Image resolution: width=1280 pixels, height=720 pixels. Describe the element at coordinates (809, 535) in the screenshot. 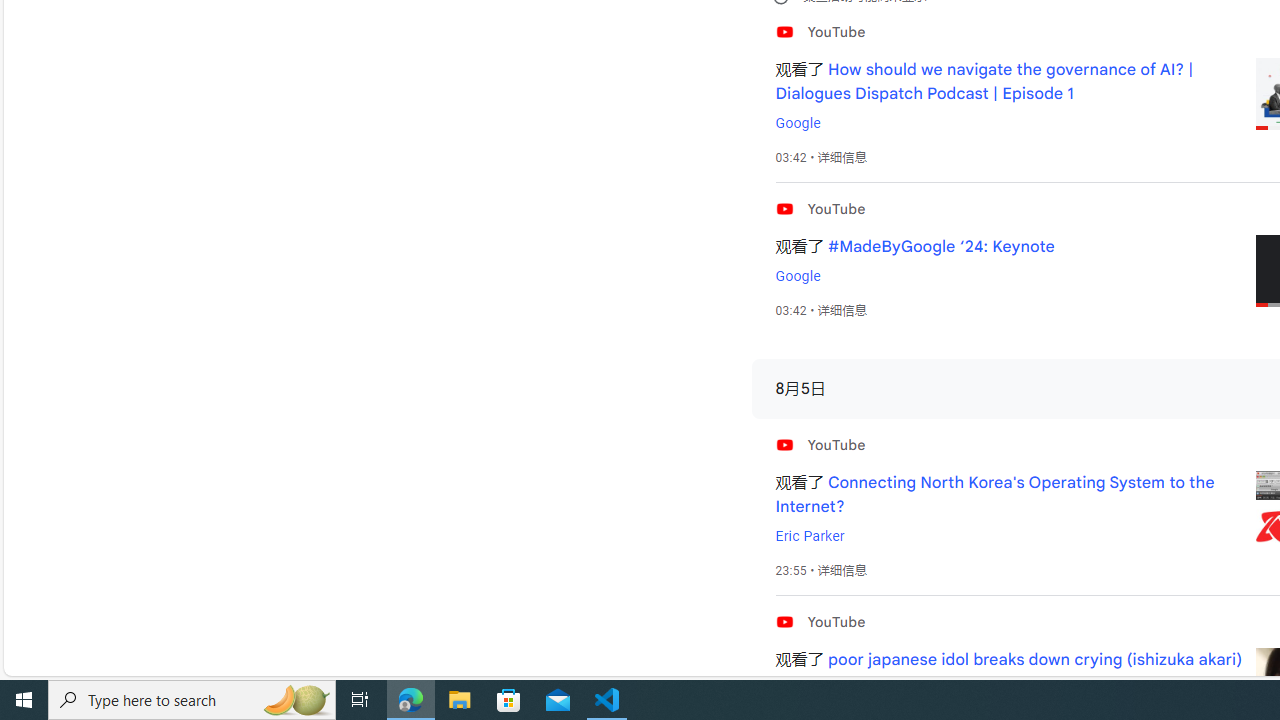

I see `'Eric Parker'` at that location.